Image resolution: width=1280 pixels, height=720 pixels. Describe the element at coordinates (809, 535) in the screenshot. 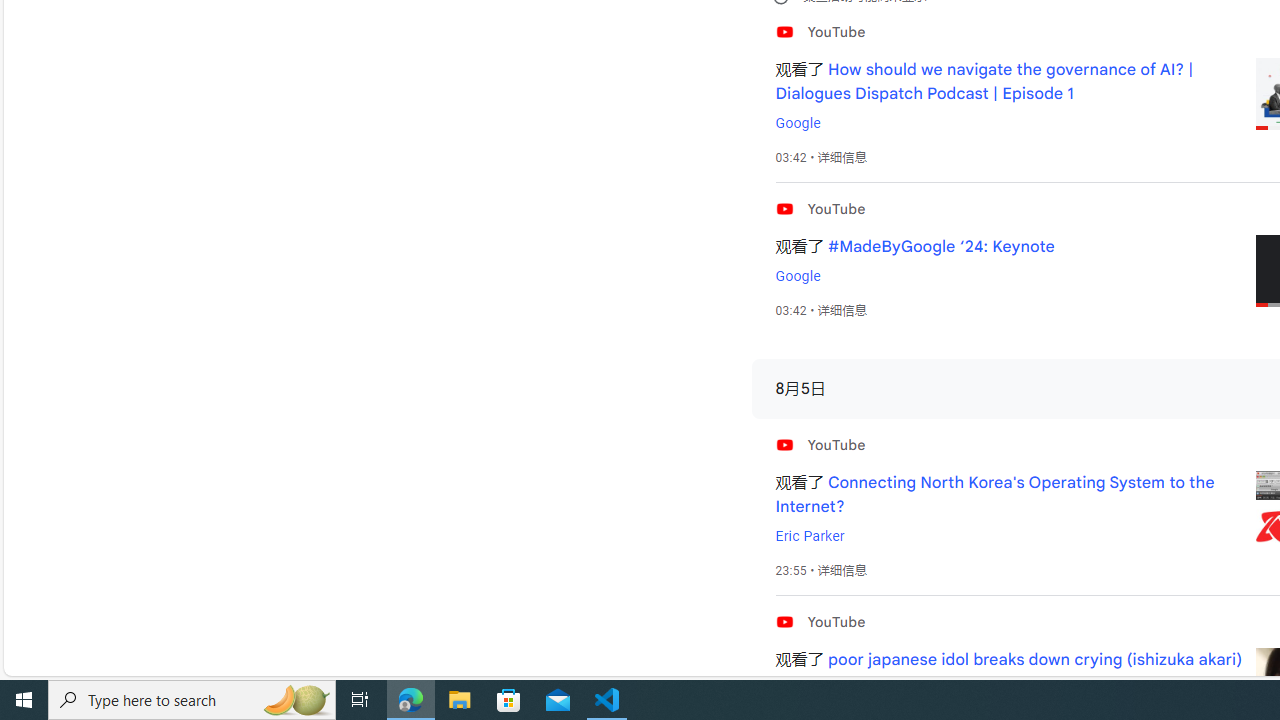

I see `'Eric Parker'` at that location.